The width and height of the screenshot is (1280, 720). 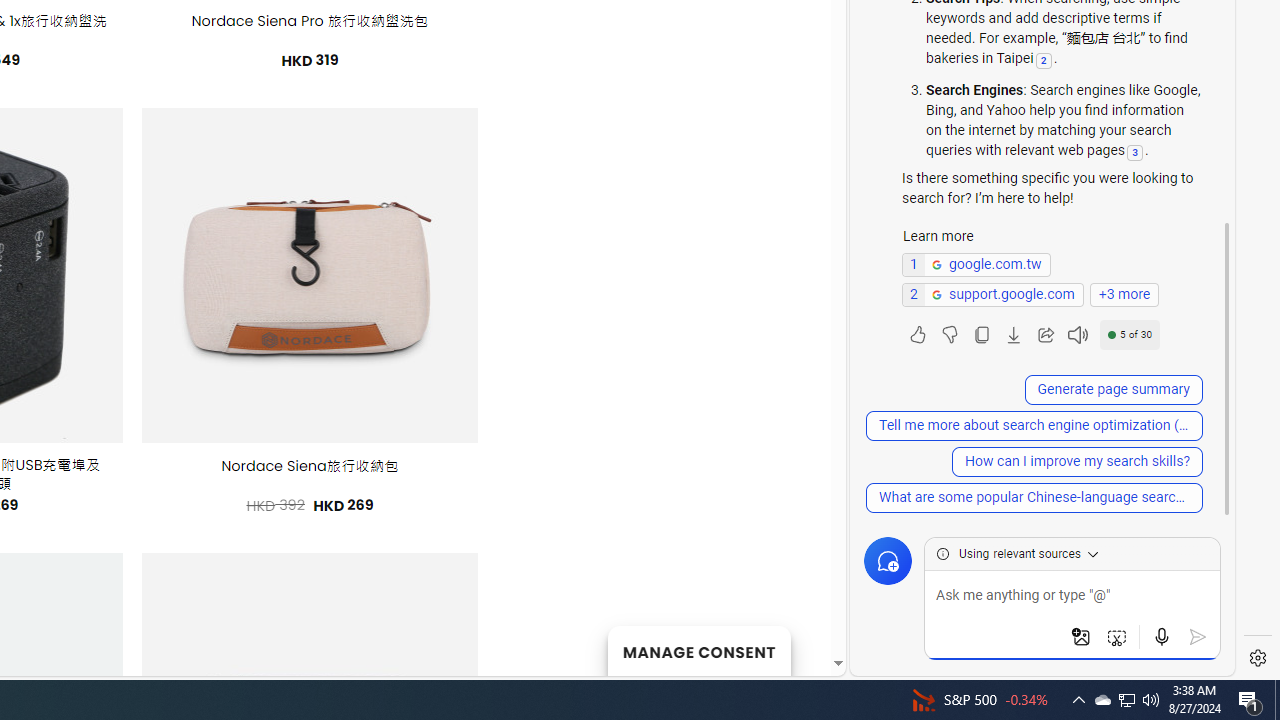 What do you see at coordinates (698, 650) in the screenshot?
I see `'MANAGE CONSENT'` at bounding box center [698, 650].